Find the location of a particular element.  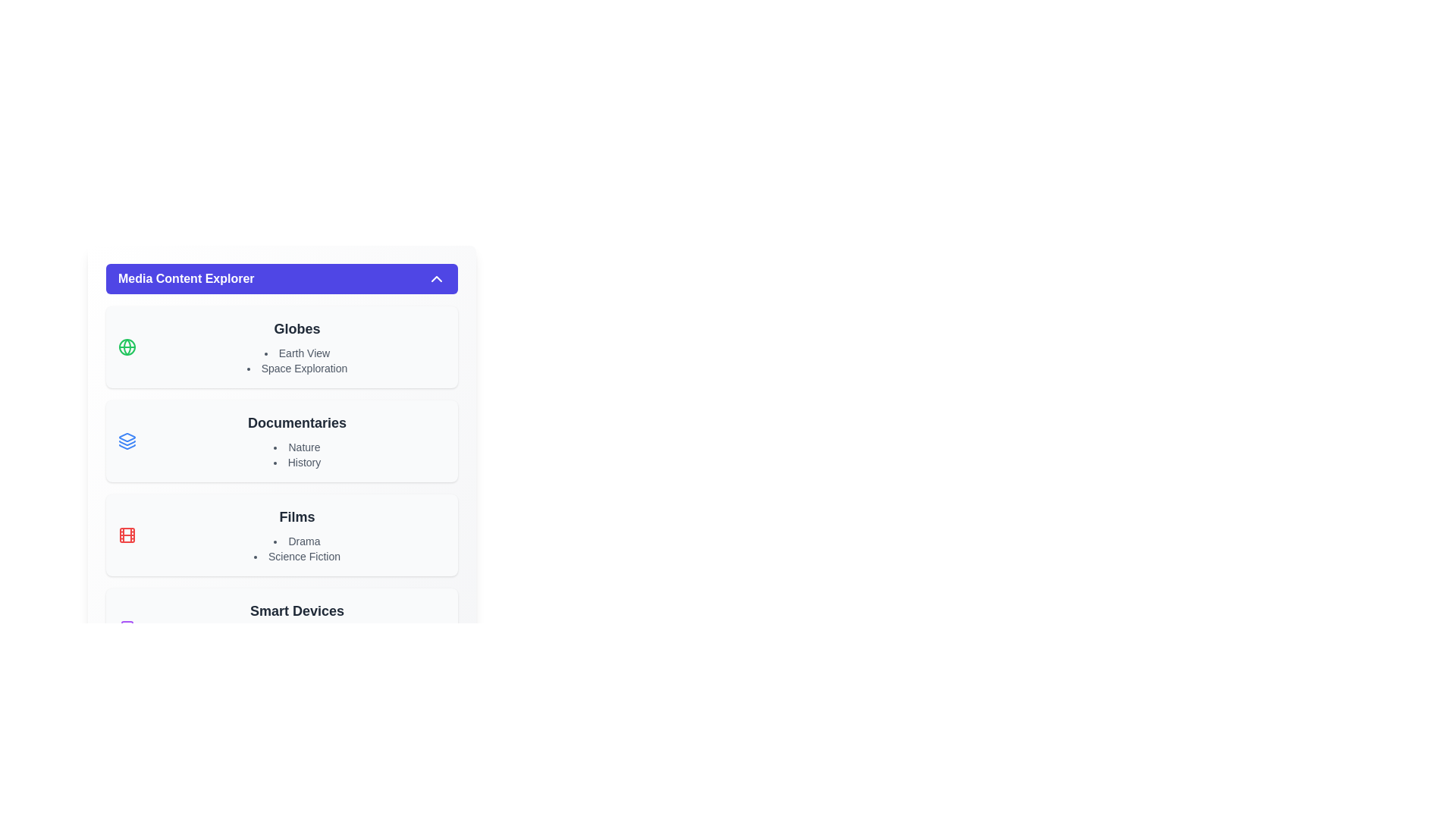

the upward-pointing chevron icon located on the right-hand side of the 'Media Content Explorer' header is located at coordinates (436, 278).